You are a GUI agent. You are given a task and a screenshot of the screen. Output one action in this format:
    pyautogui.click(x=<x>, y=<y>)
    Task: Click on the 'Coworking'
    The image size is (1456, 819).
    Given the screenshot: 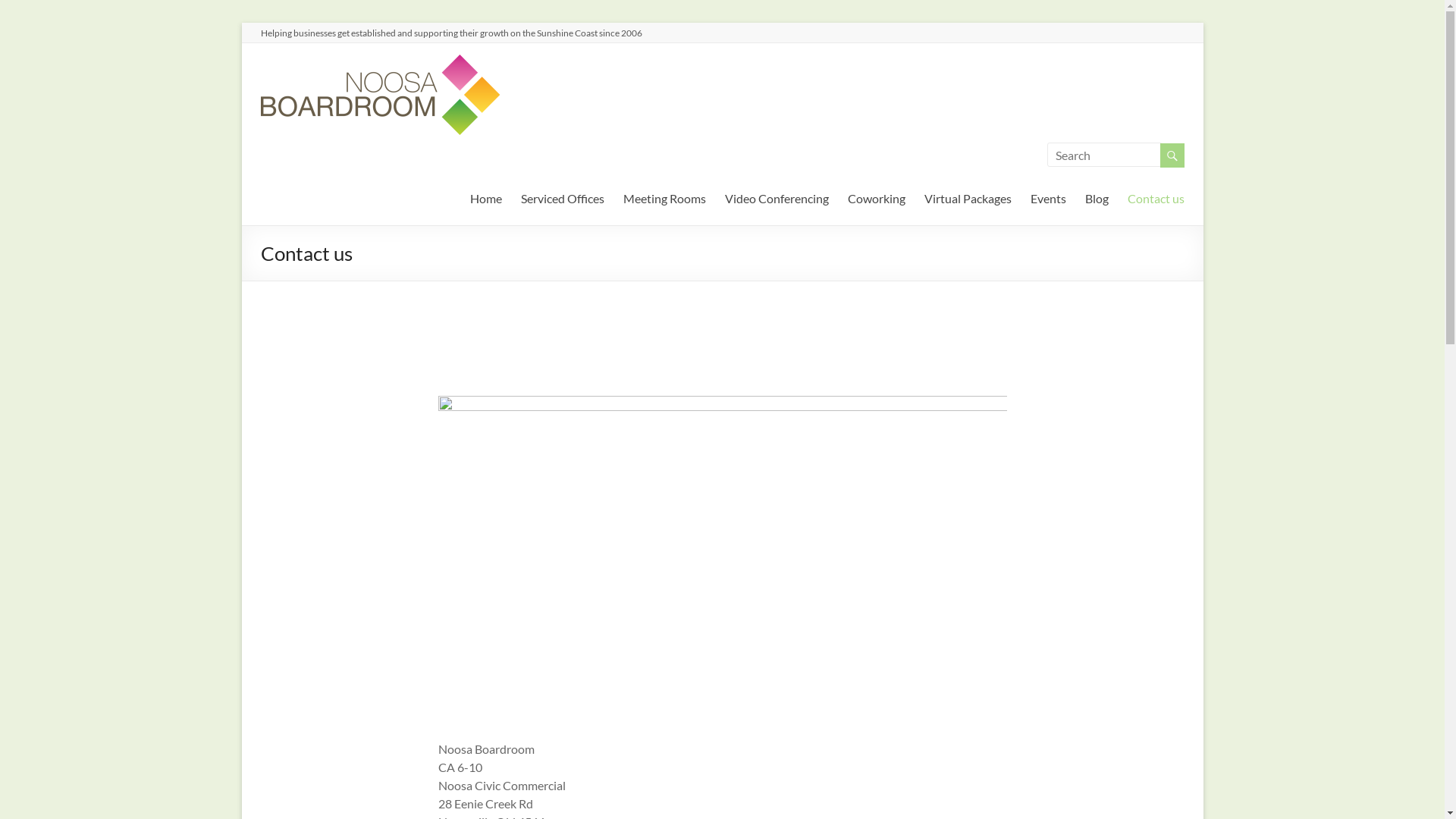 What is the action you would take?
    pyautogui.click(x=877, y=195)
    